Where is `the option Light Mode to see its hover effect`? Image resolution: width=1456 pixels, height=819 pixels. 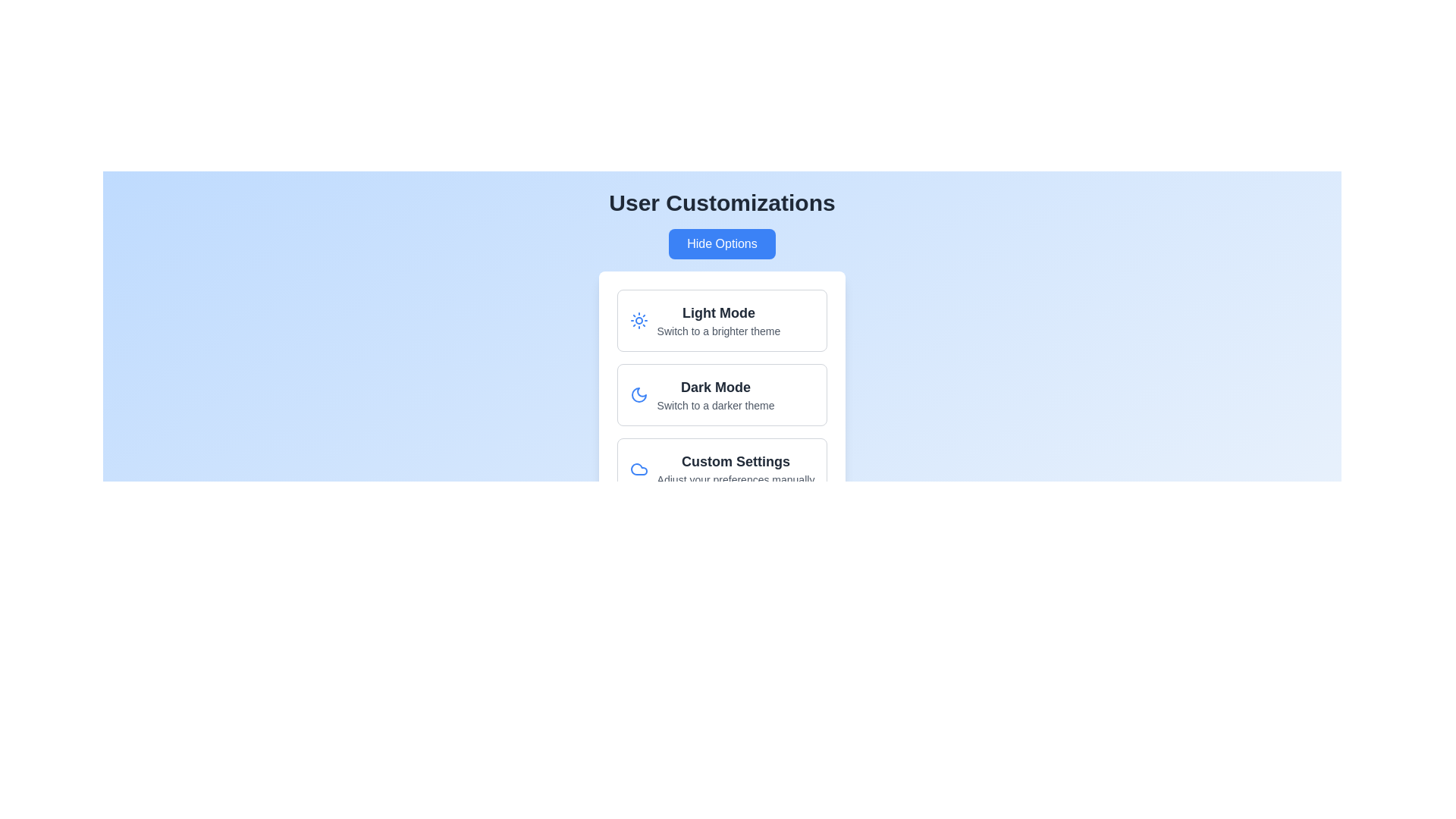 the option Light Mode to see its hover effect is located at coordinates (721, 320).